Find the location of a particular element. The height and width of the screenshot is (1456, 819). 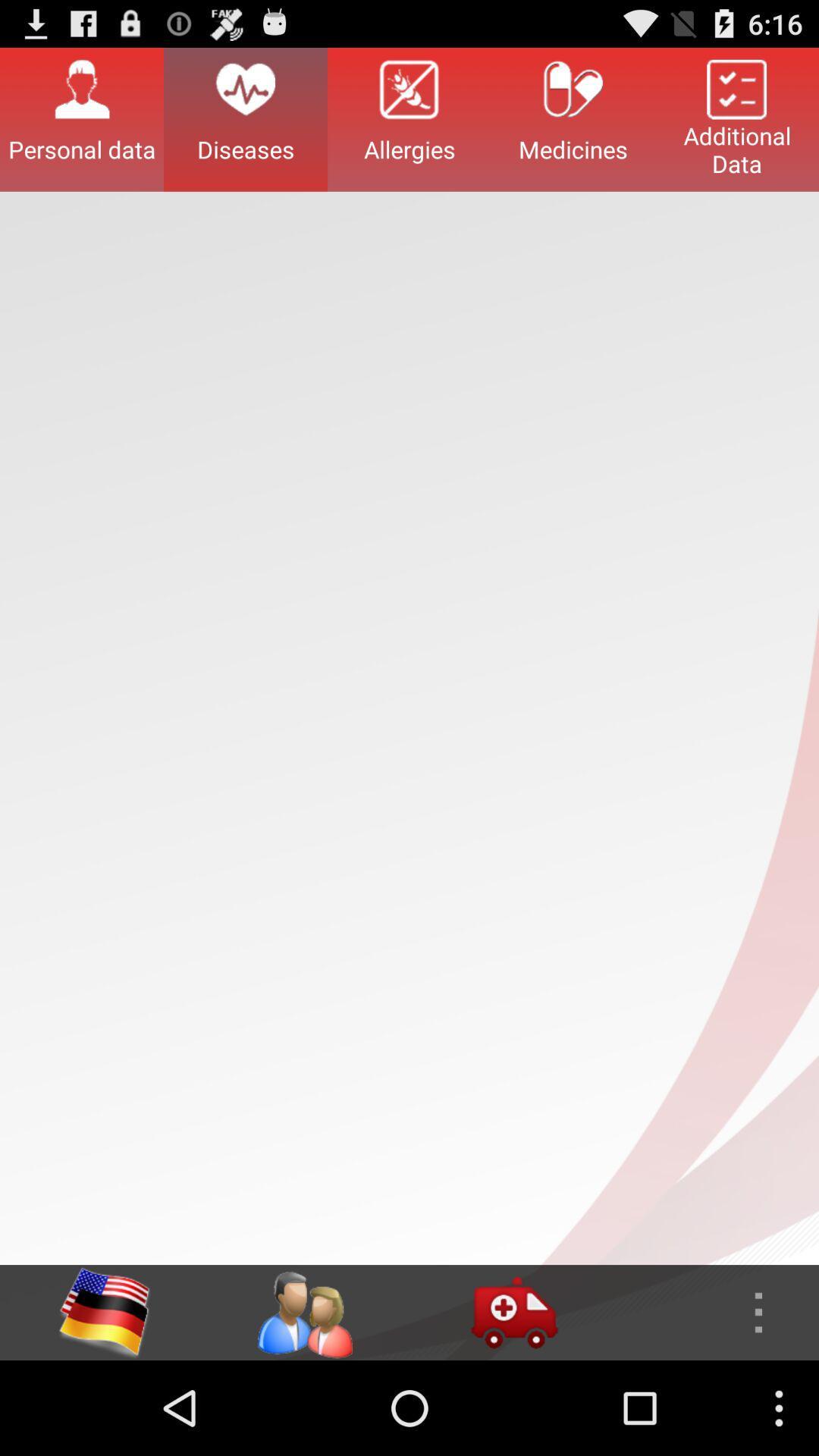

personal data button is located at coordinates (82, 118).